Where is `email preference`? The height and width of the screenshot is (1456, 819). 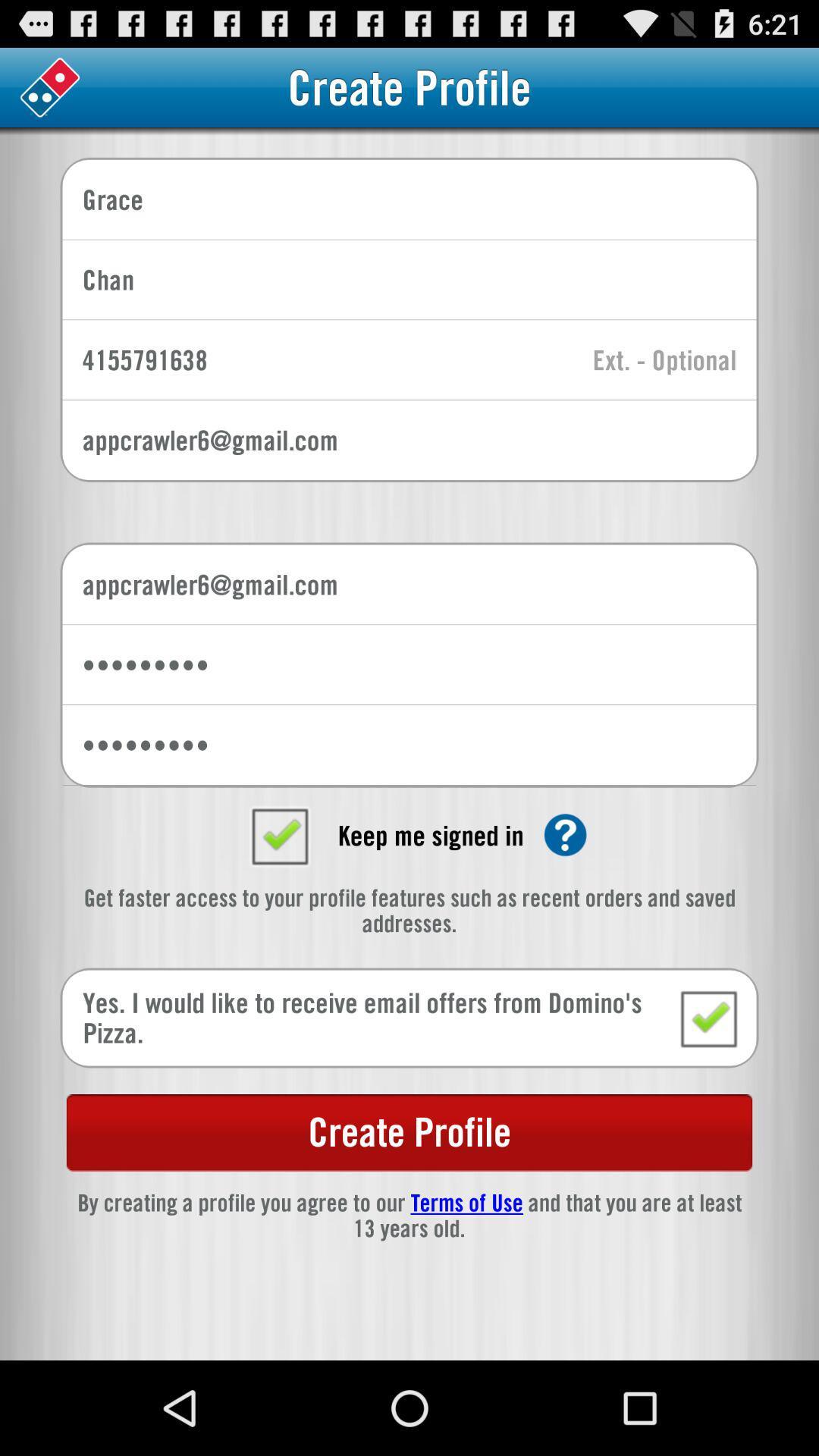 email preference is located at coordinates (708, 1018).